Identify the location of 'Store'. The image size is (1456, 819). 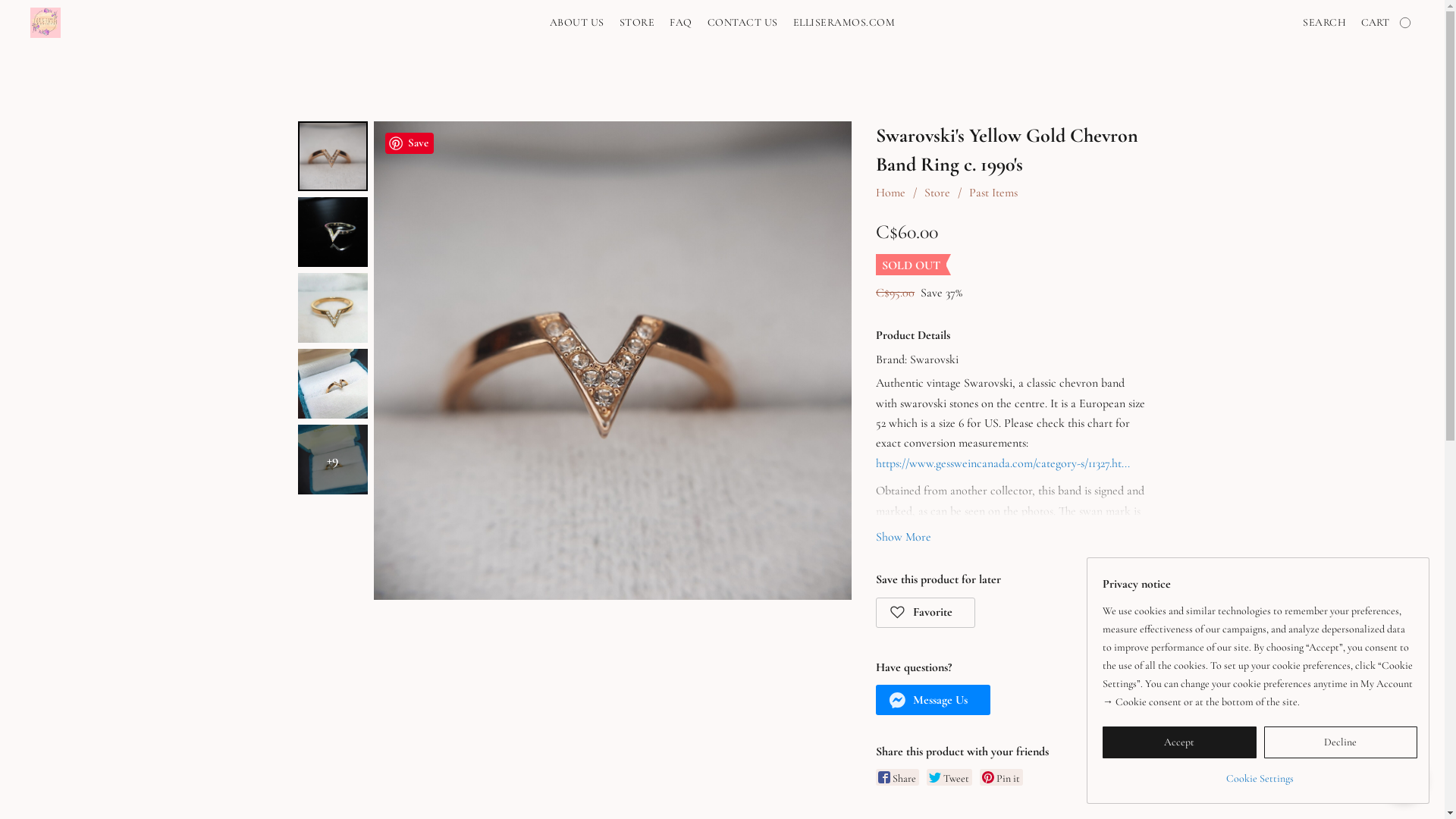
(937, 192).